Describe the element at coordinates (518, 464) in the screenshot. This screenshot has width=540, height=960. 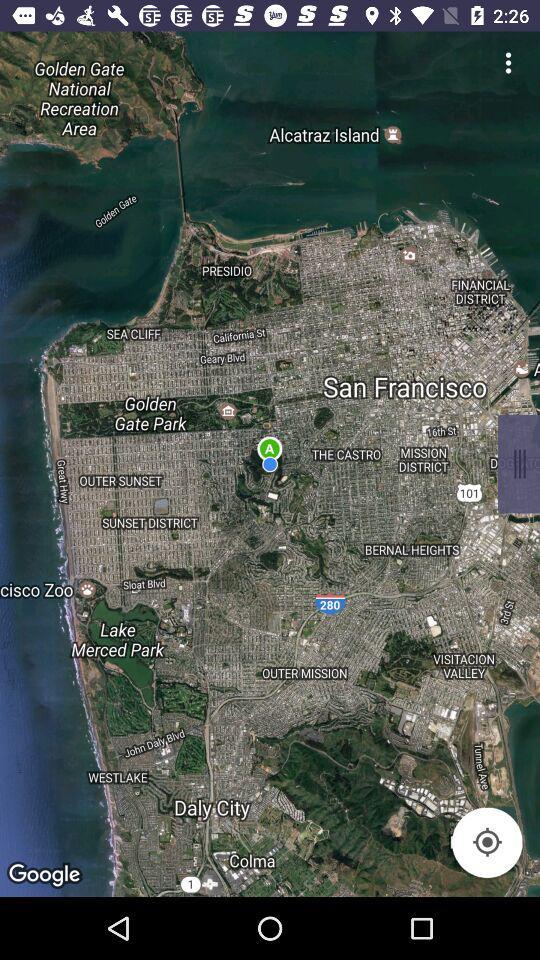
I see `item on the right` at that location.